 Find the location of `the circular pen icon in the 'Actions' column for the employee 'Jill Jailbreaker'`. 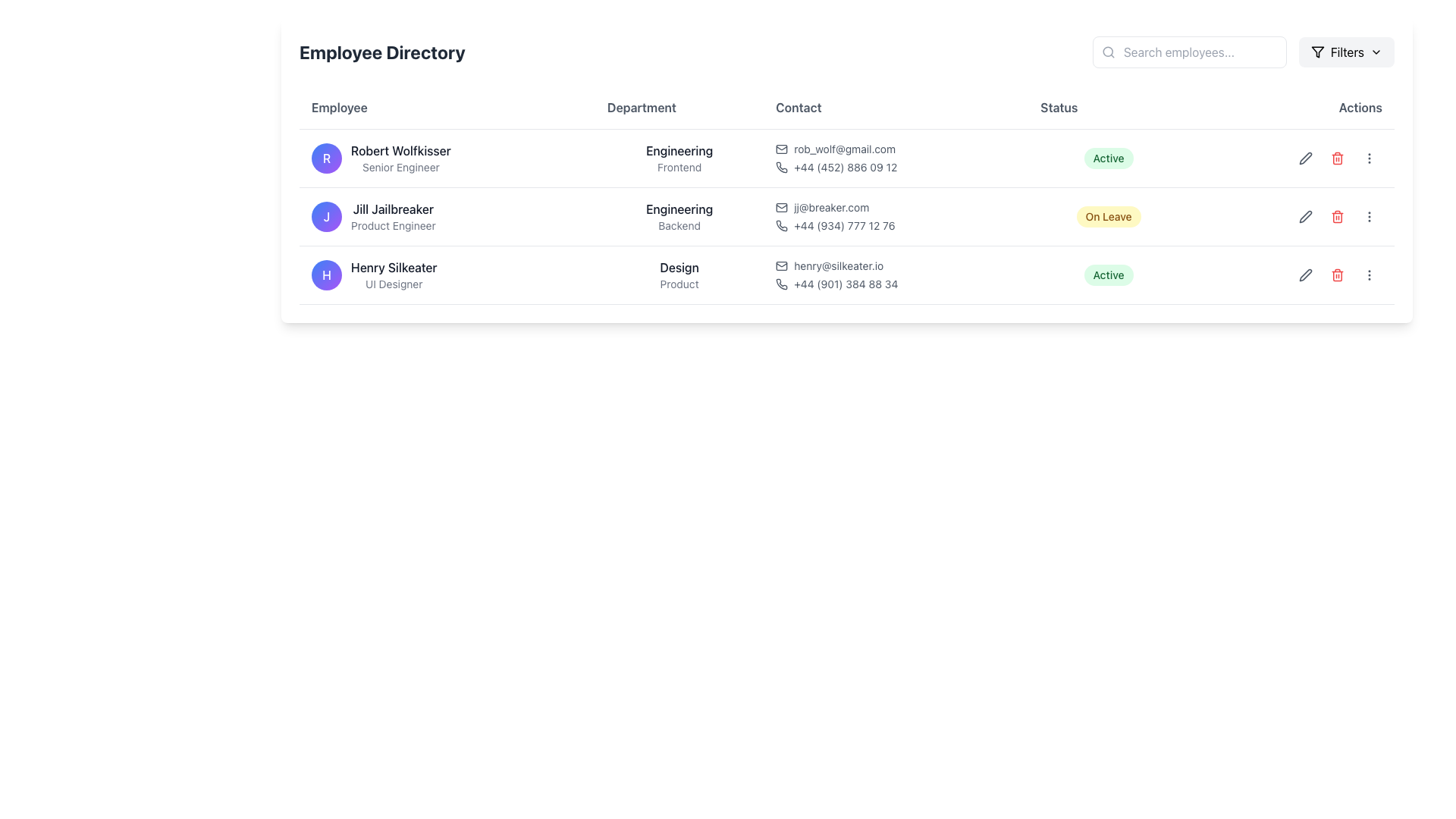

the circular pen icon in the 'Actions' column for the employee 'Jill Jailbreaker' is located at coordinates (1291, 216).